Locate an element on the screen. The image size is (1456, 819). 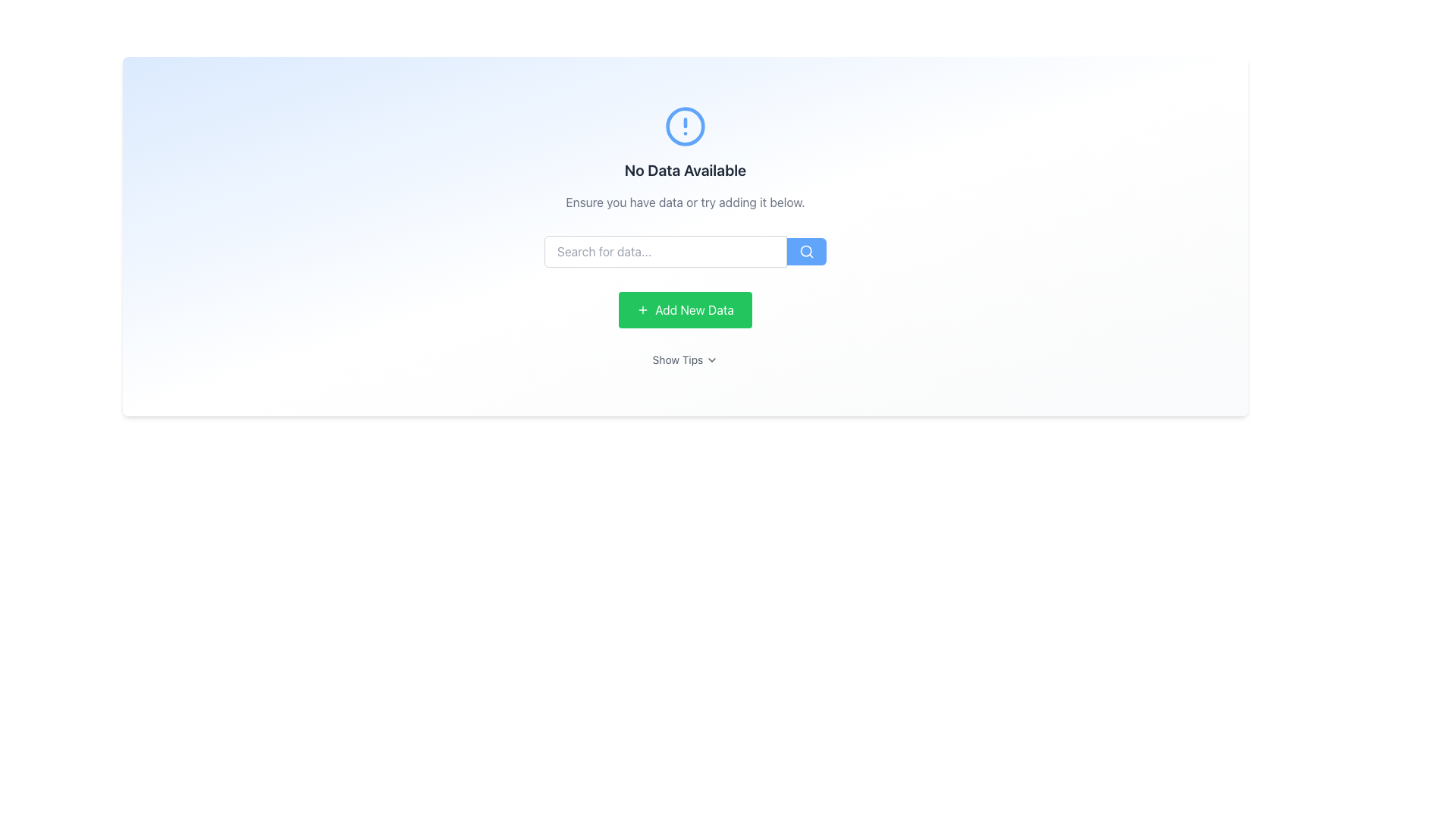
the small green plus icon located on the left side of the 'Add New Data' button is located at coordinates (643, 309).